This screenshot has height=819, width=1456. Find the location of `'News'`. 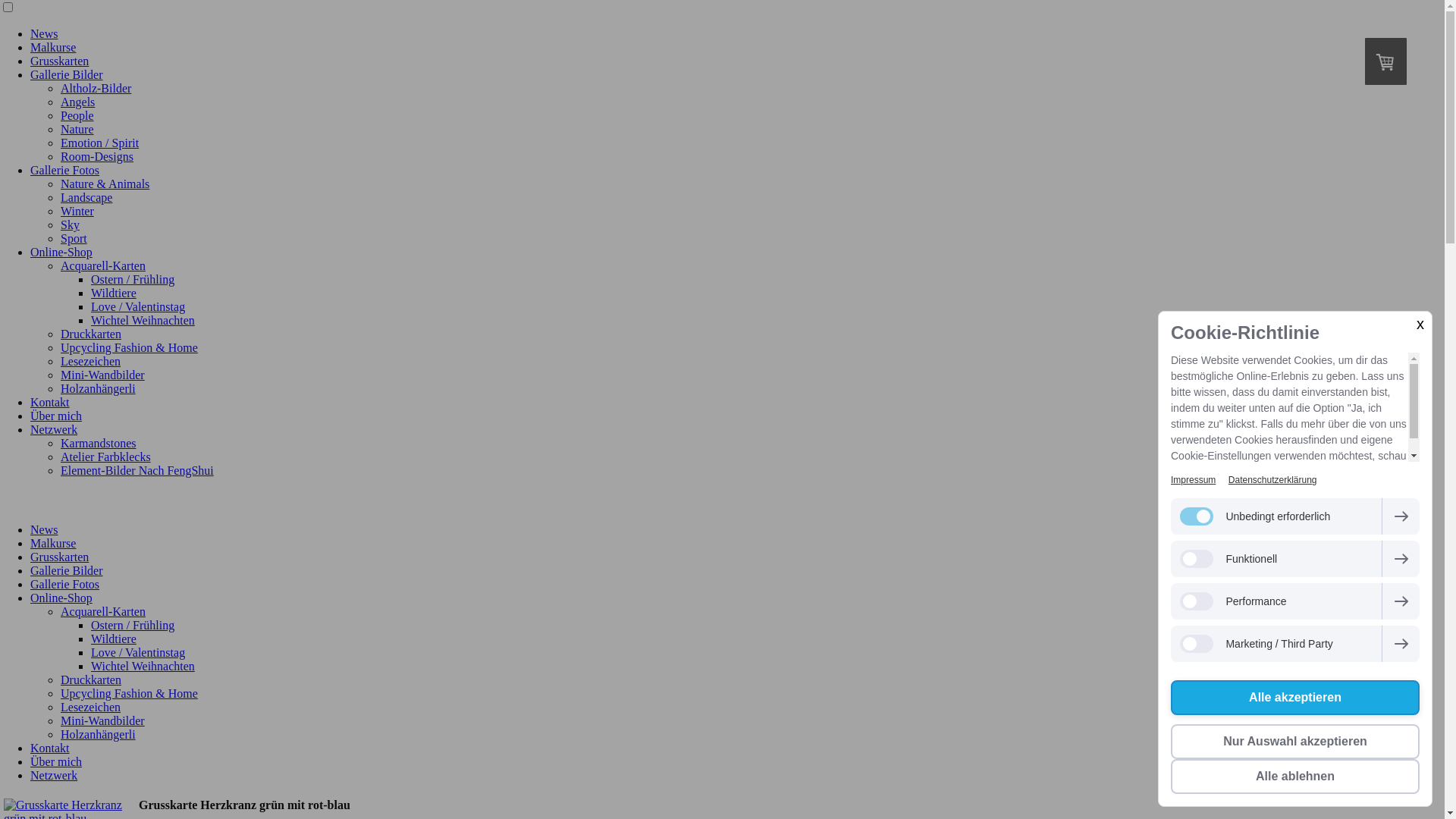

'News' is located at coordinates (43, 529).